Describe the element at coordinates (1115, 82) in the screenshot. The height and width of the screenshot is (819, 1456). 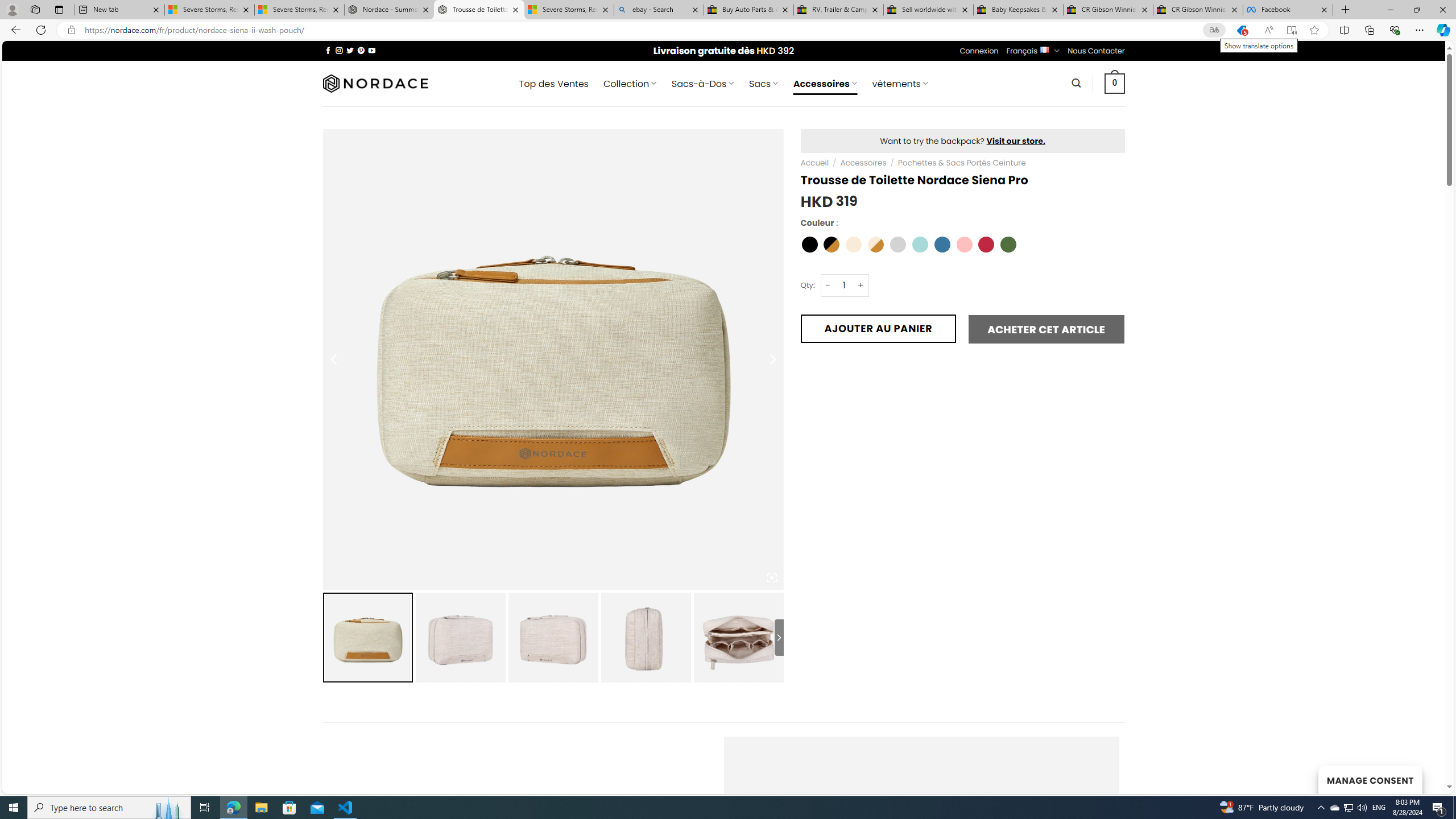
I see `'  0  '` at that location.